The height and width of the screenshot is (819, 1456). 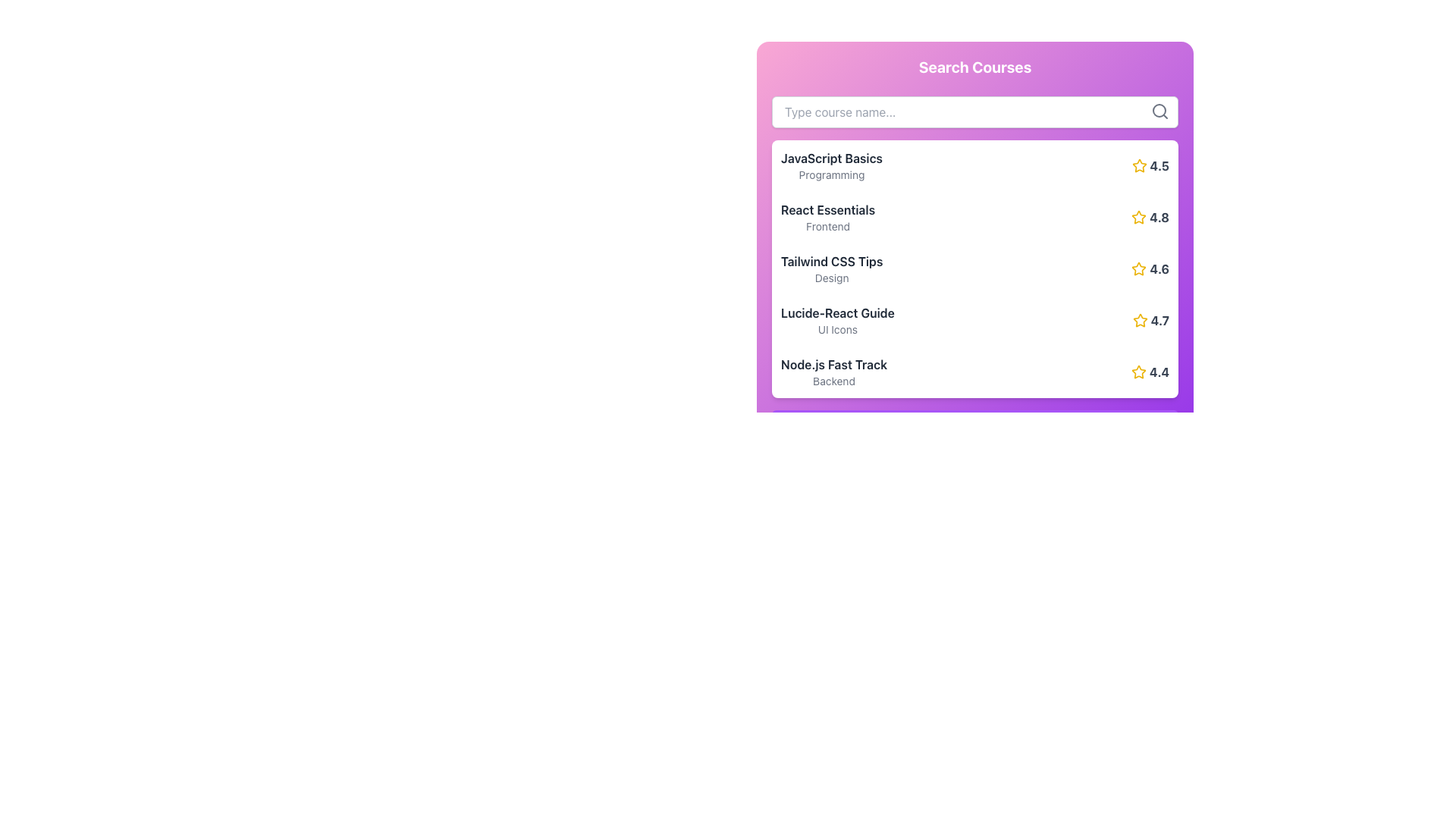 I want to click on the numeric value or star icon of the rating display for the course 'Tailwind CSS Tips', which is located at the rightmost part of the corresponding list item, so click(x=1150, y=268).